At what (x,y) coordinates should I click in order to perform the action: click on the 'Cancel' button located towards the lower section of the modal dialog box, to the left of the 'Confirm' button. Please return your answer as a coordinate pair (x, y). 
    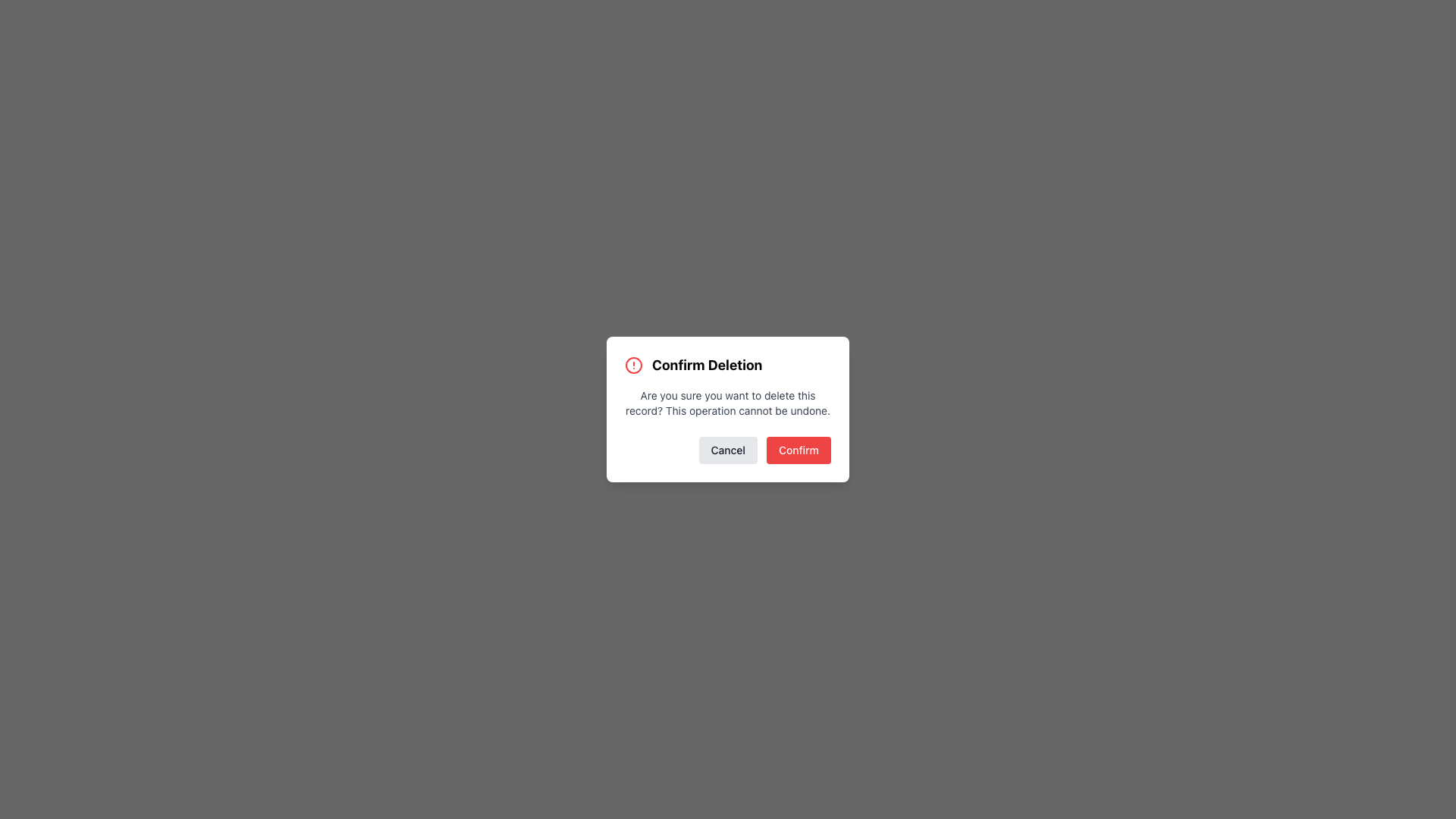
    Looking at the image, I should click on (728, 450).